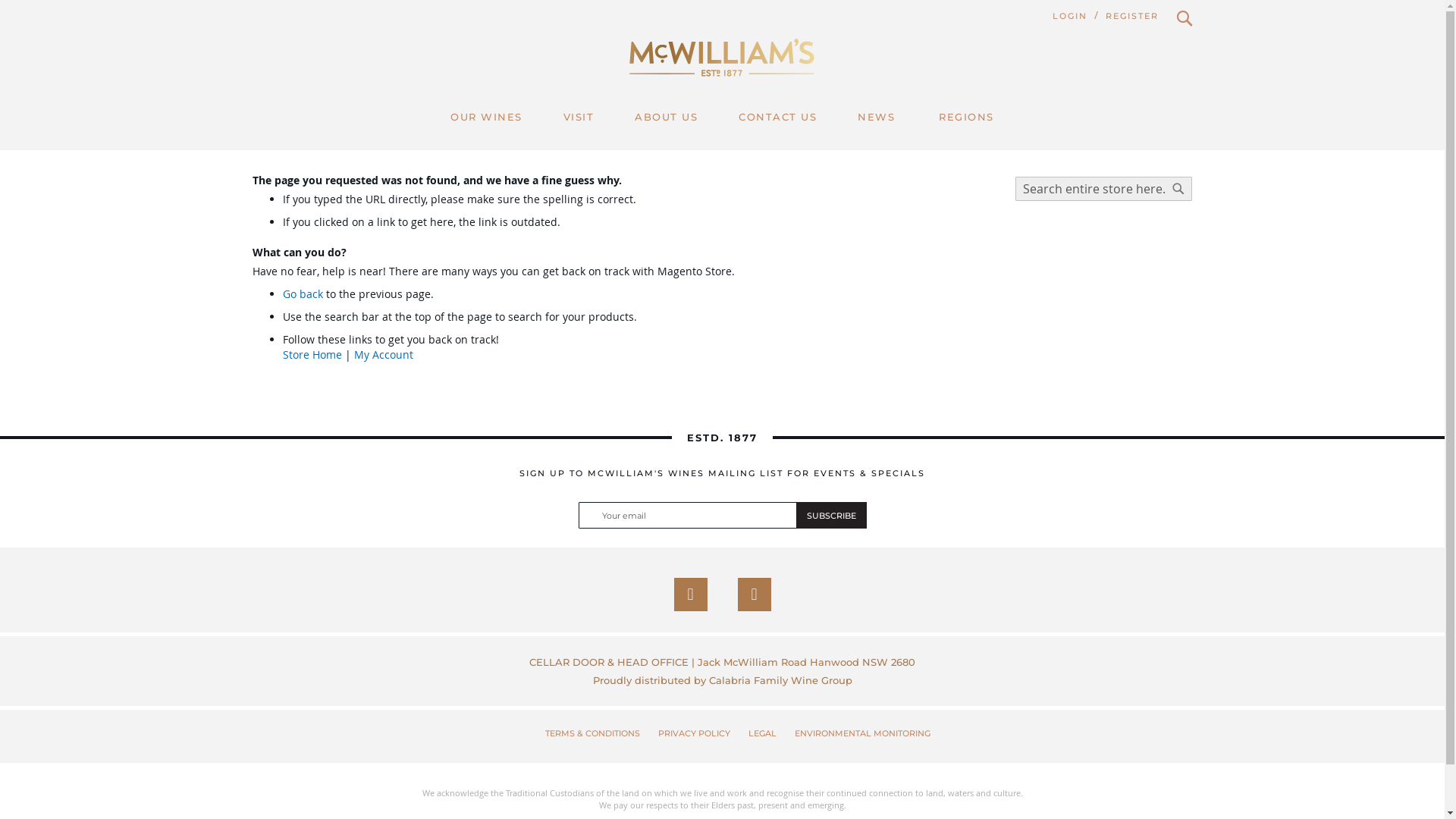 The height and width of the screenshot is (819, 1456). Describe the element at coordinates (876, 116) in the screenshot. I see `'NEWS'` at that location.